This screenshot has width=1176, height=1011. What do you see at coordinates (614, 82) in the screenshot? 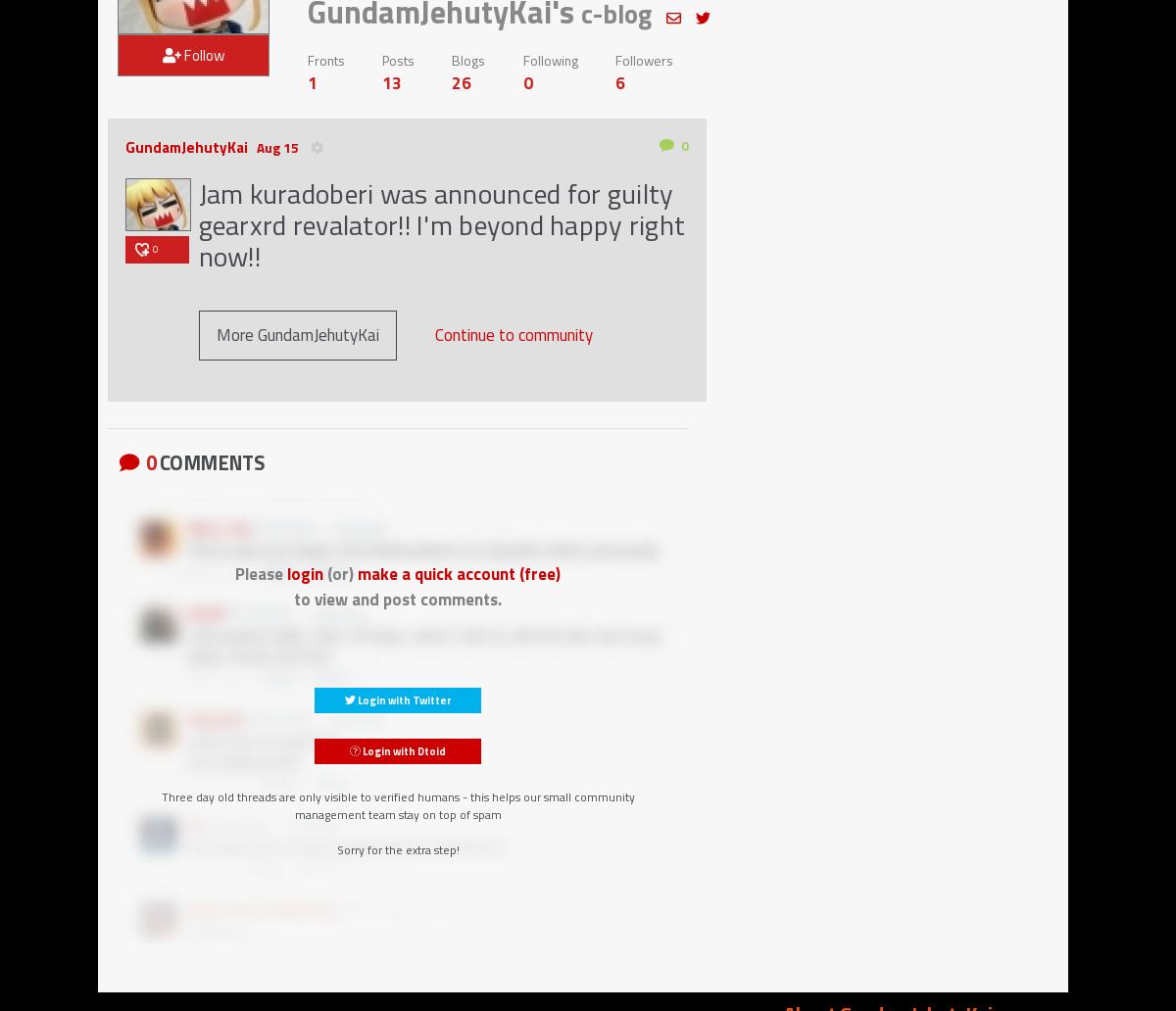
I see `'6'` at bounding box center [614, 82].